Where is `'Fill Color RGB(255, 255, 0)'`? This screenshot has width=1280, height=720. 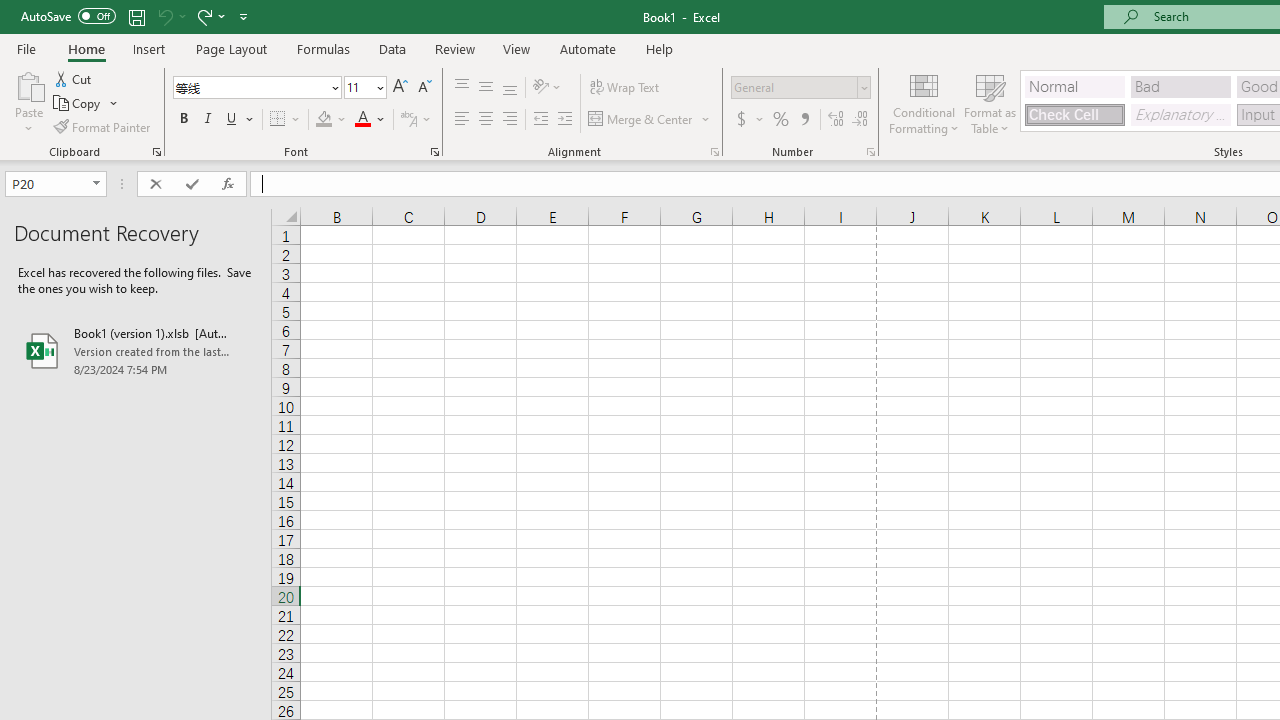 'Fill Color RGB(255, 255, 0)' is located at coordinates (324, 119).